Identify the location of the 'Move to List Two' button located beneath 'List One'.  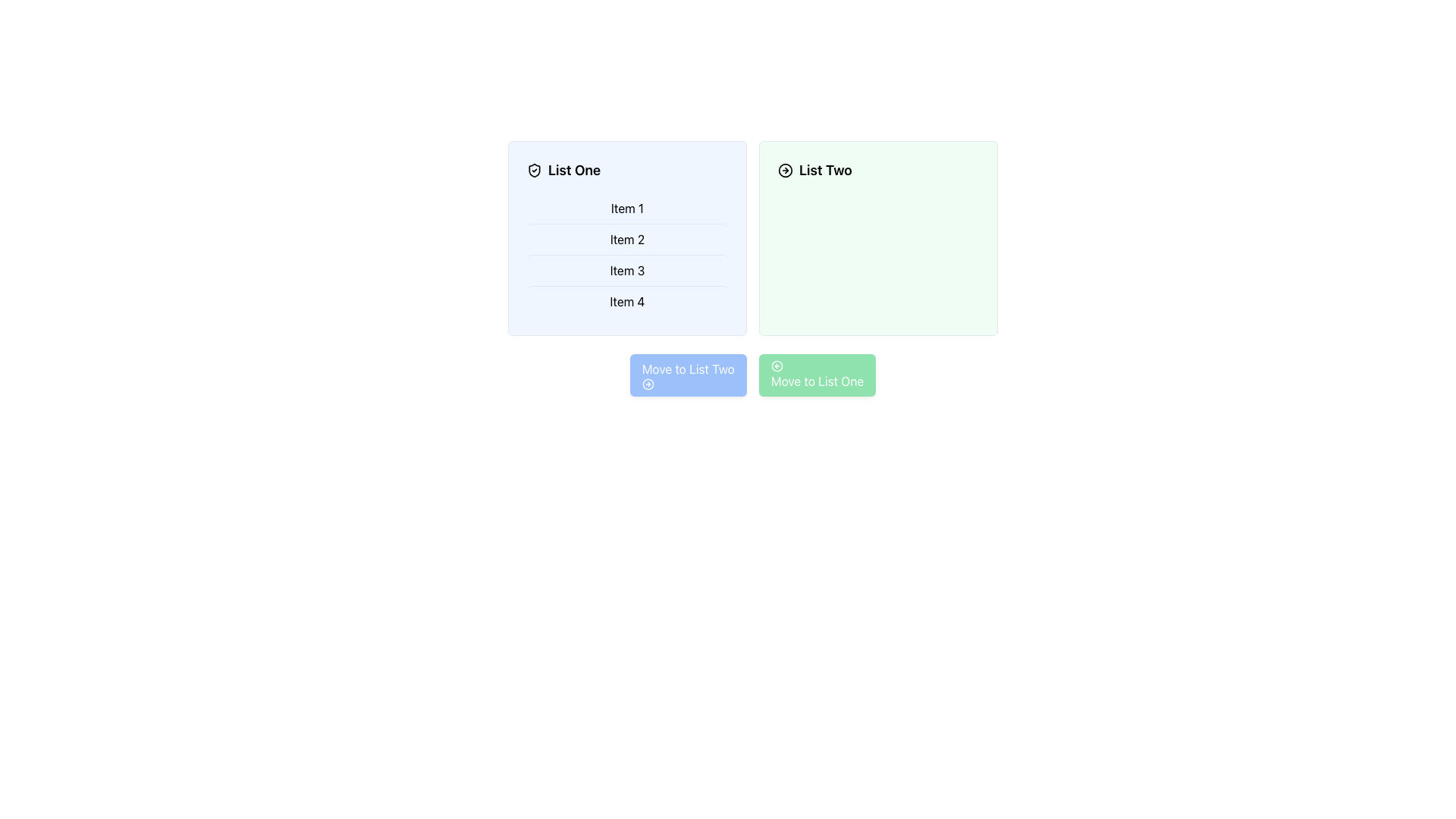
(687, 375).